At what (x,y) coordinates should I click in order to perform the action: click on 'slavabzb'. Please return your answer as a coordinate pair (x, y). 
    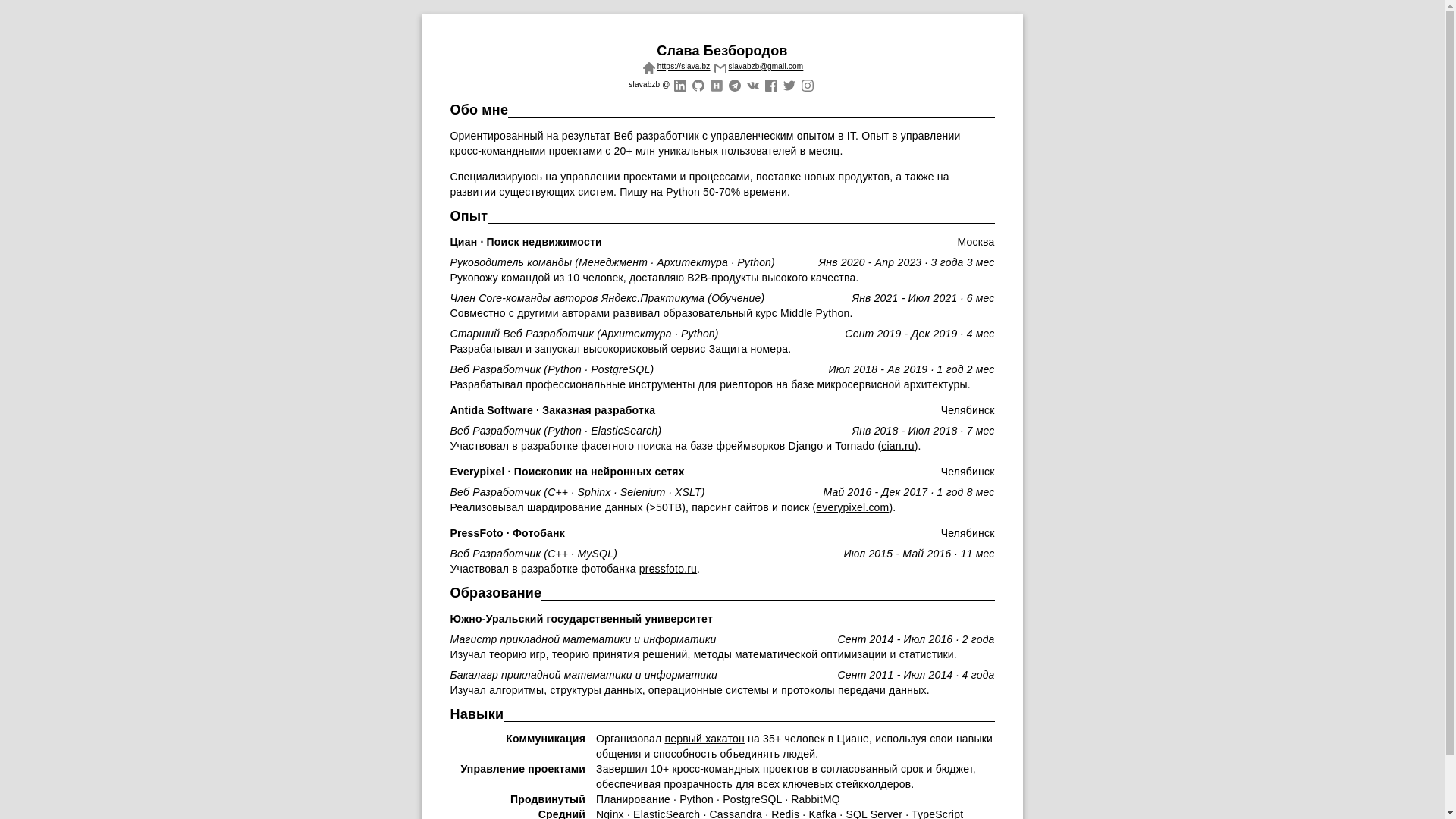
    Looking at the image, I should click on (715, 83).